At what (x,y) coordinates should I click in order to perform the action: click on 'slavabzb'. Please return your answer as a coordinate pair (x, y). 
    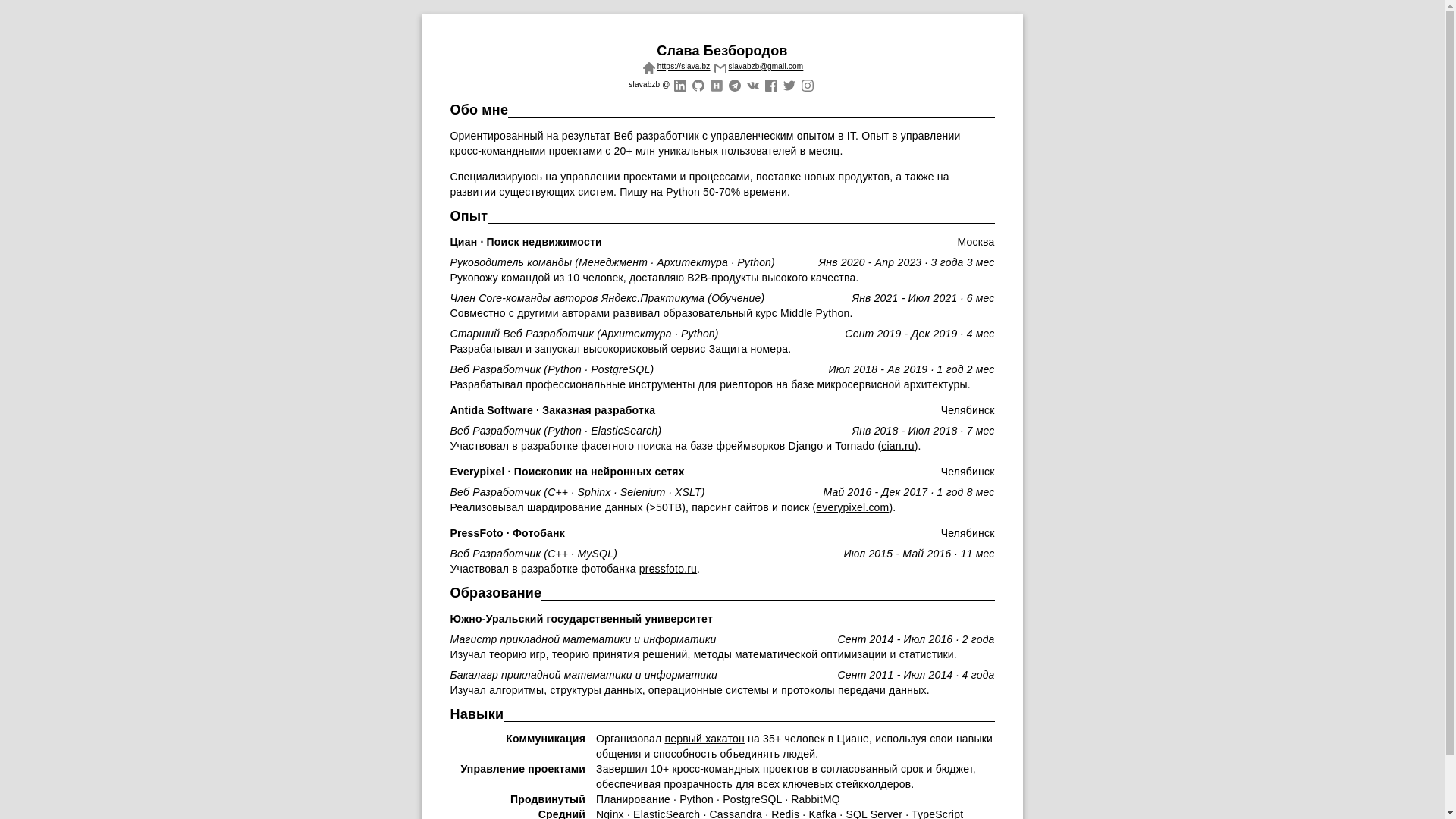
    Looking at the image, I should click on (715, 83).